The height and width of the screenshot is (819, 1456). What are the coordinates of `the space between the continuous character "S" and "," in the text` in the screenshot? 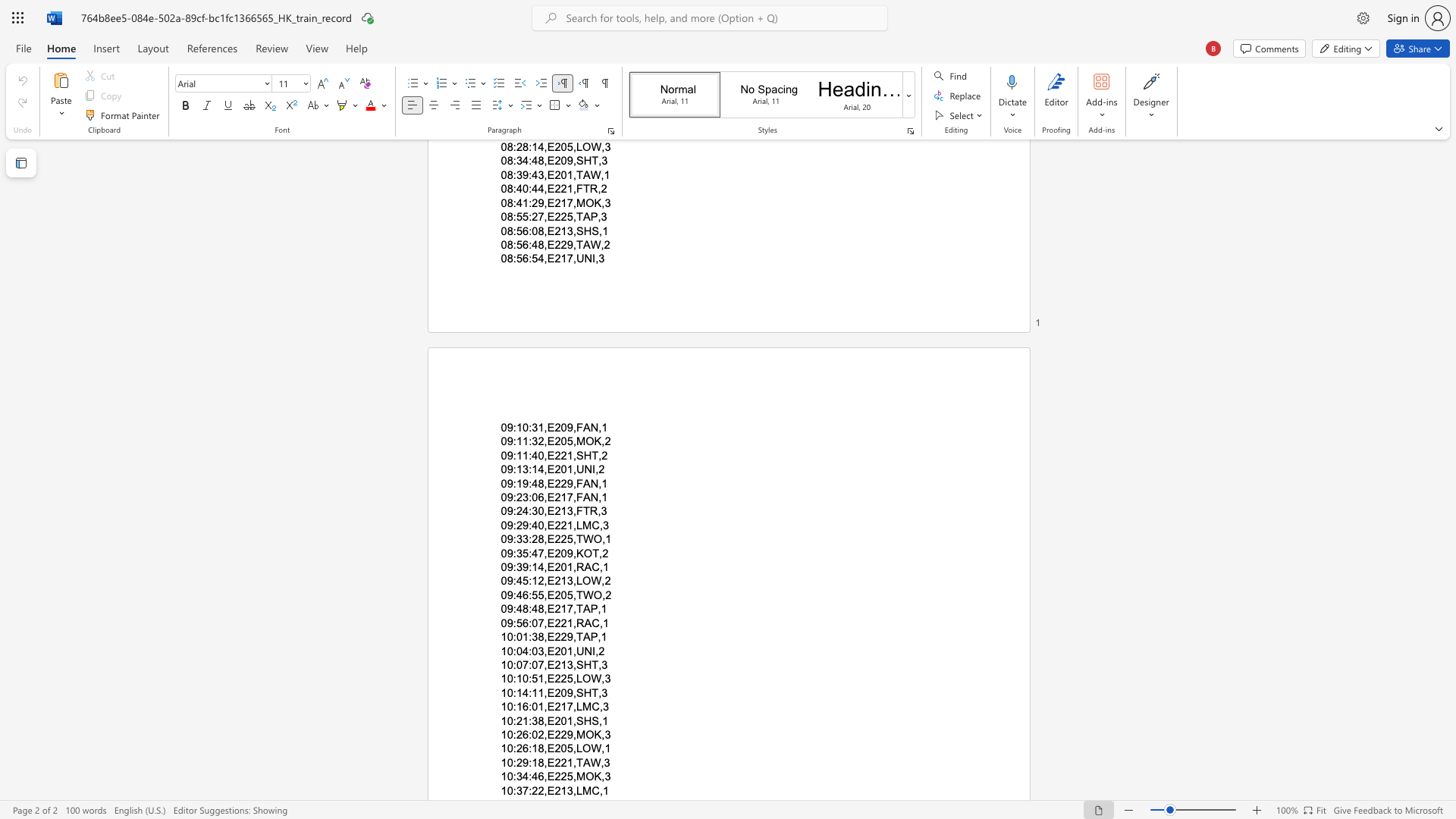 It's located at (597, 720).